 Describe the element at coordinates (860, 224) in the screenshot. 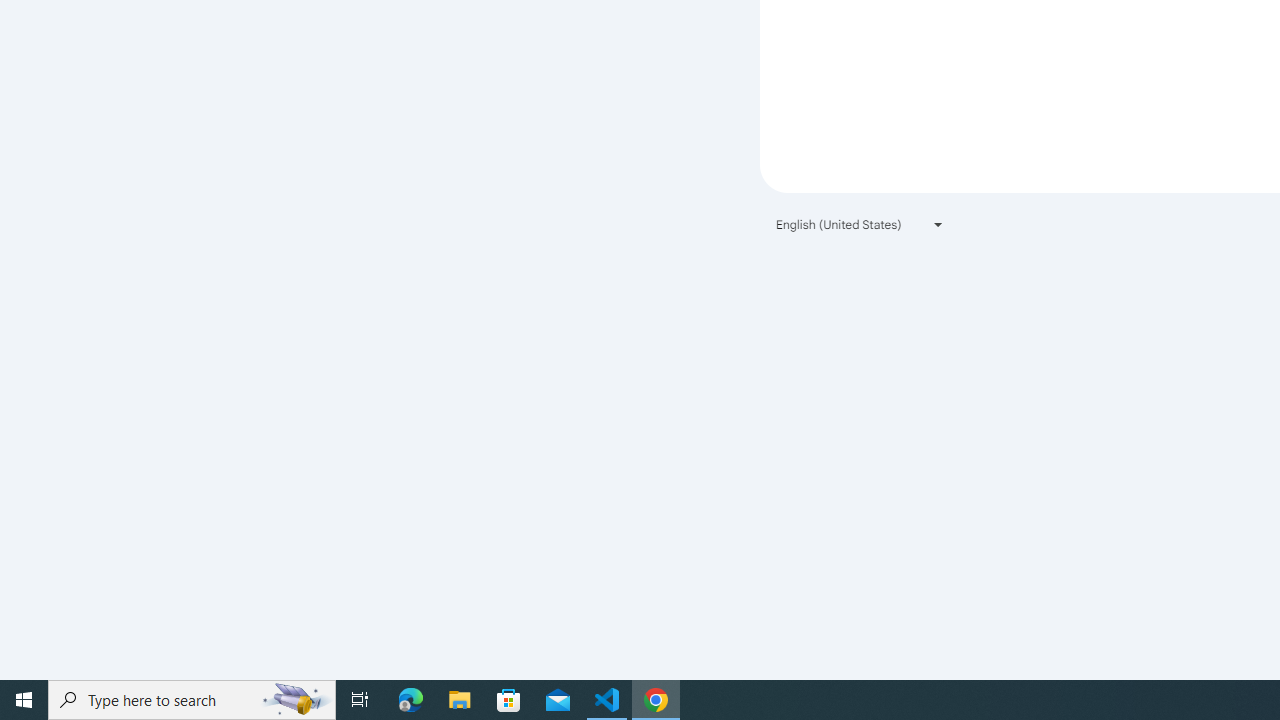

I see `'English (United States)'` at that location.